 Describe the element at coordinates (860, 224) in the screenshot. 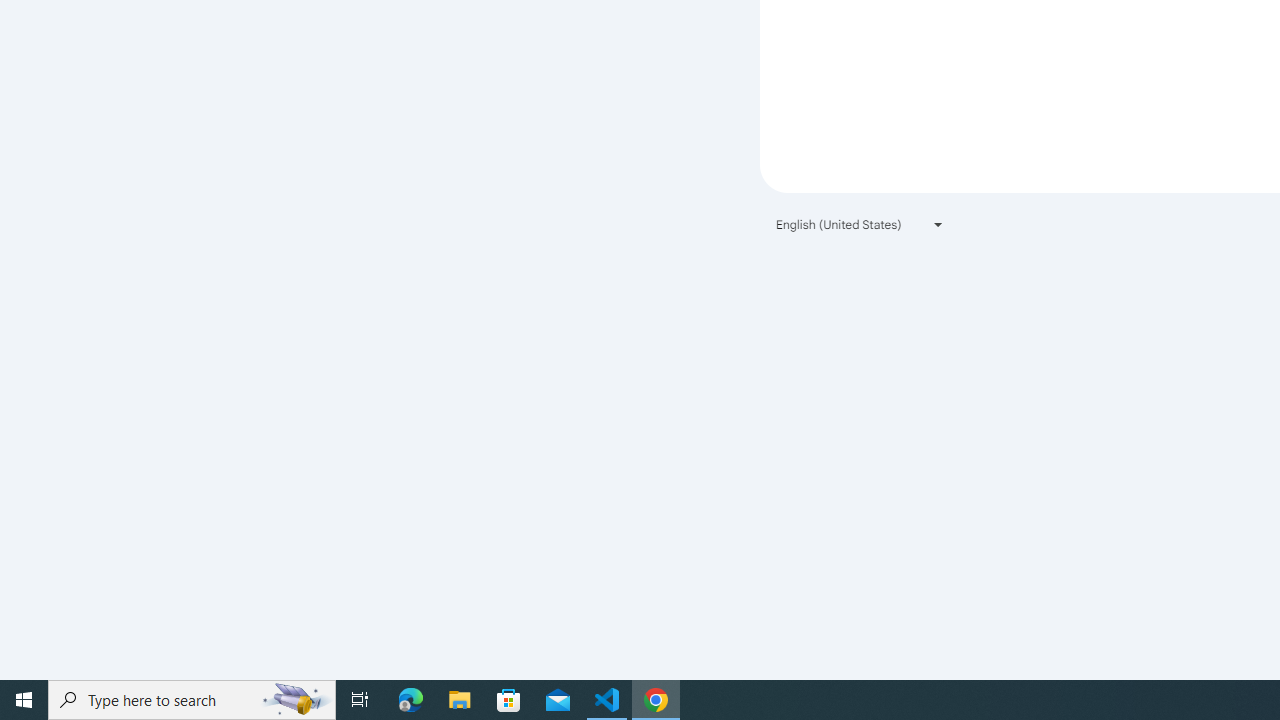

I see `'English (United States)'` at that location.